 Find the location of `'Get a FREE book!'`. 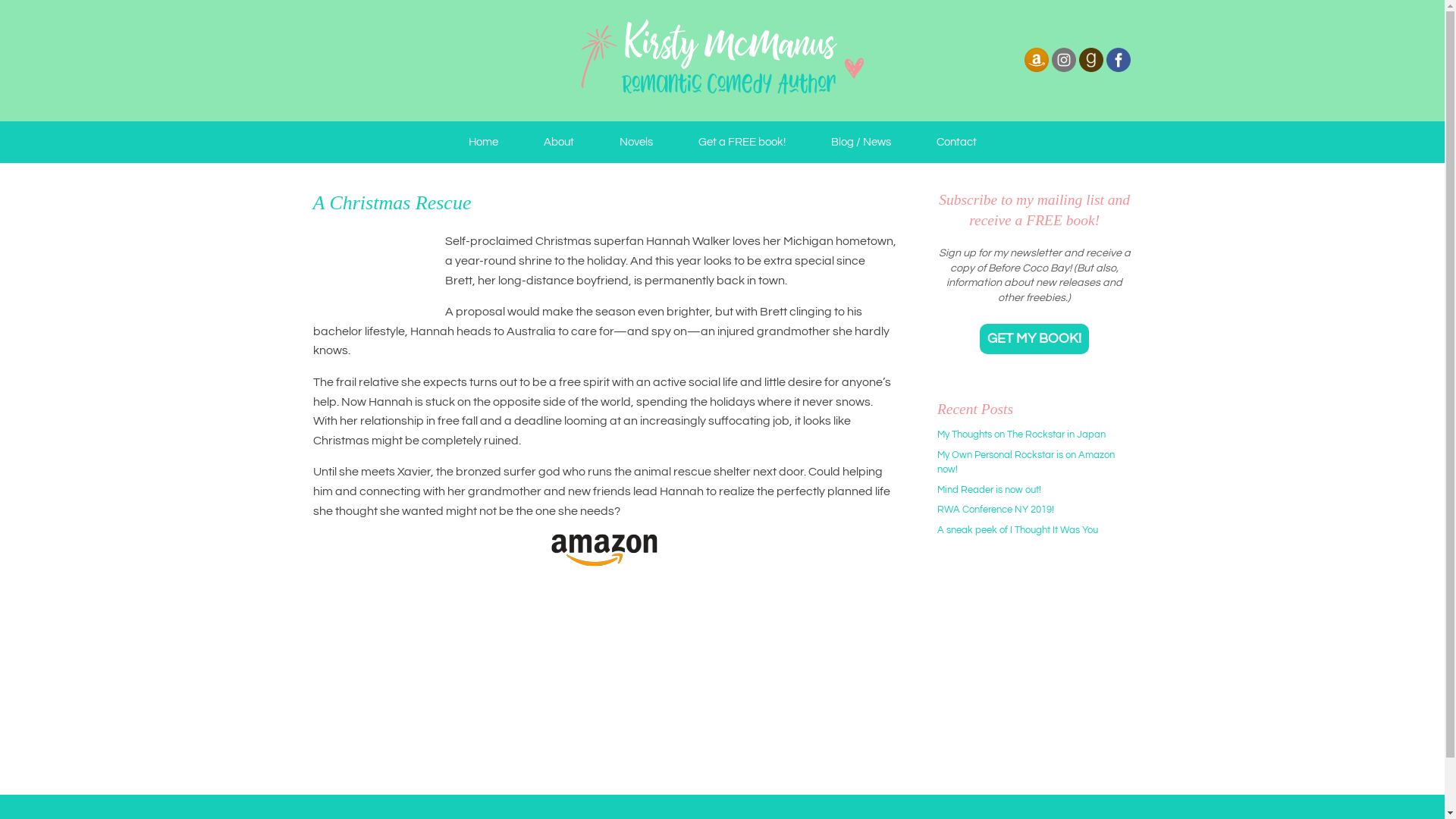

'Get a FREE book!' is located at coordinates (741, 142).